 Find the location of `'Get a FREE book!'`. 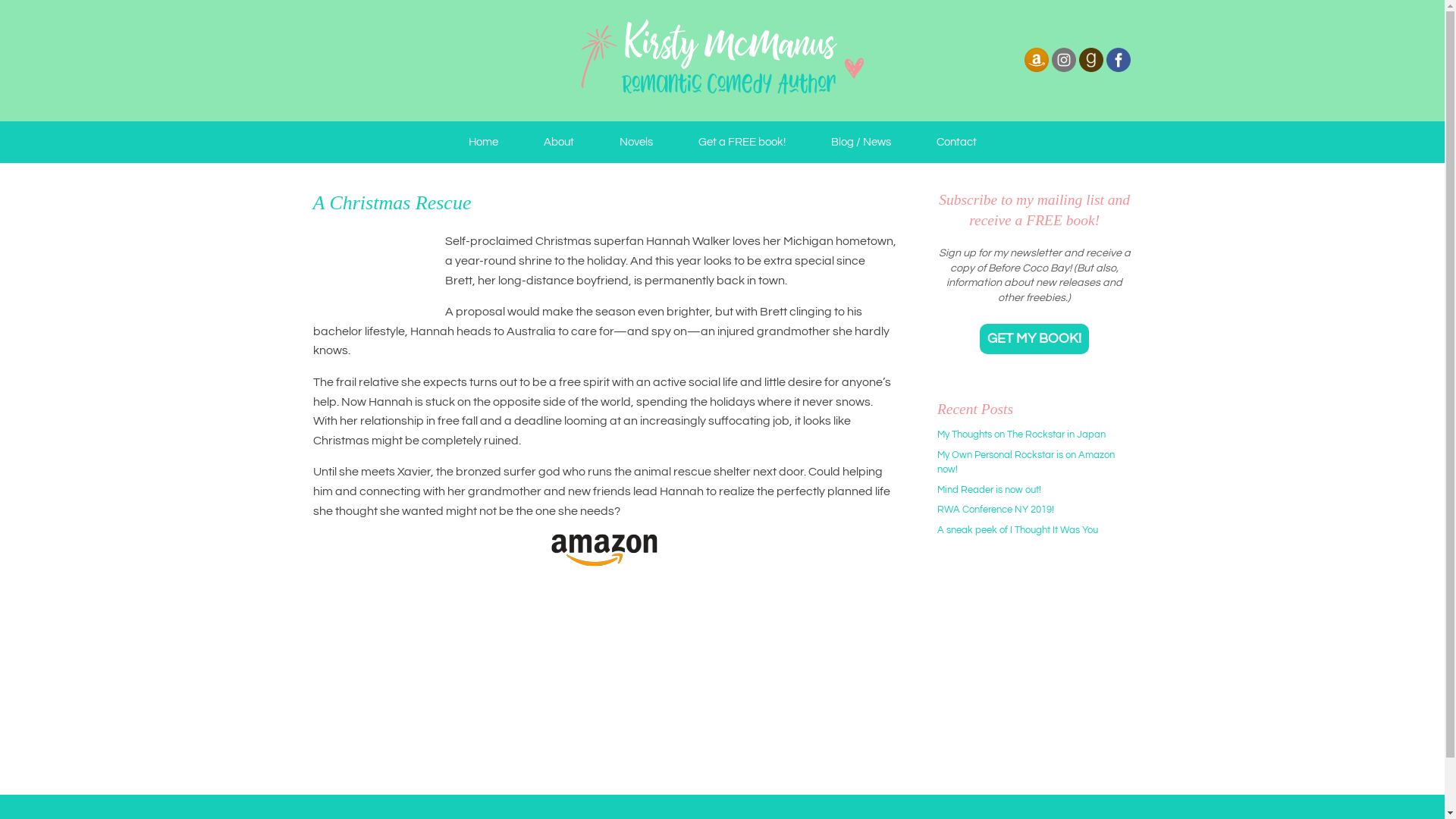

'Get a FREE book!' is located at coordinates (741, 142).